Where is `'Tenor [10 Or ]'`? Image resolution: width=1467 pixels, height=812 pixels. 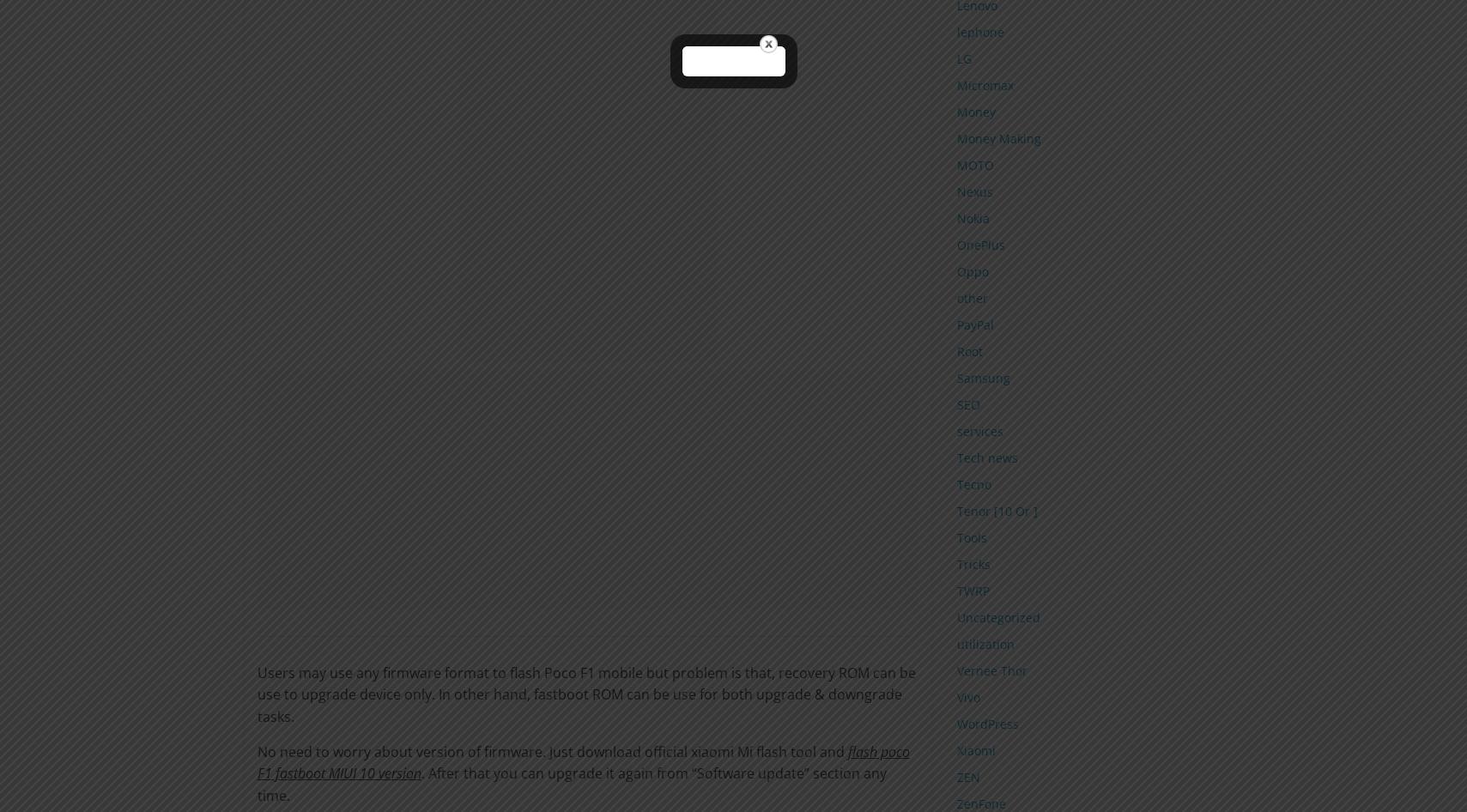 'Tenor [10 Or ]' is located at coordinates (996, 509).